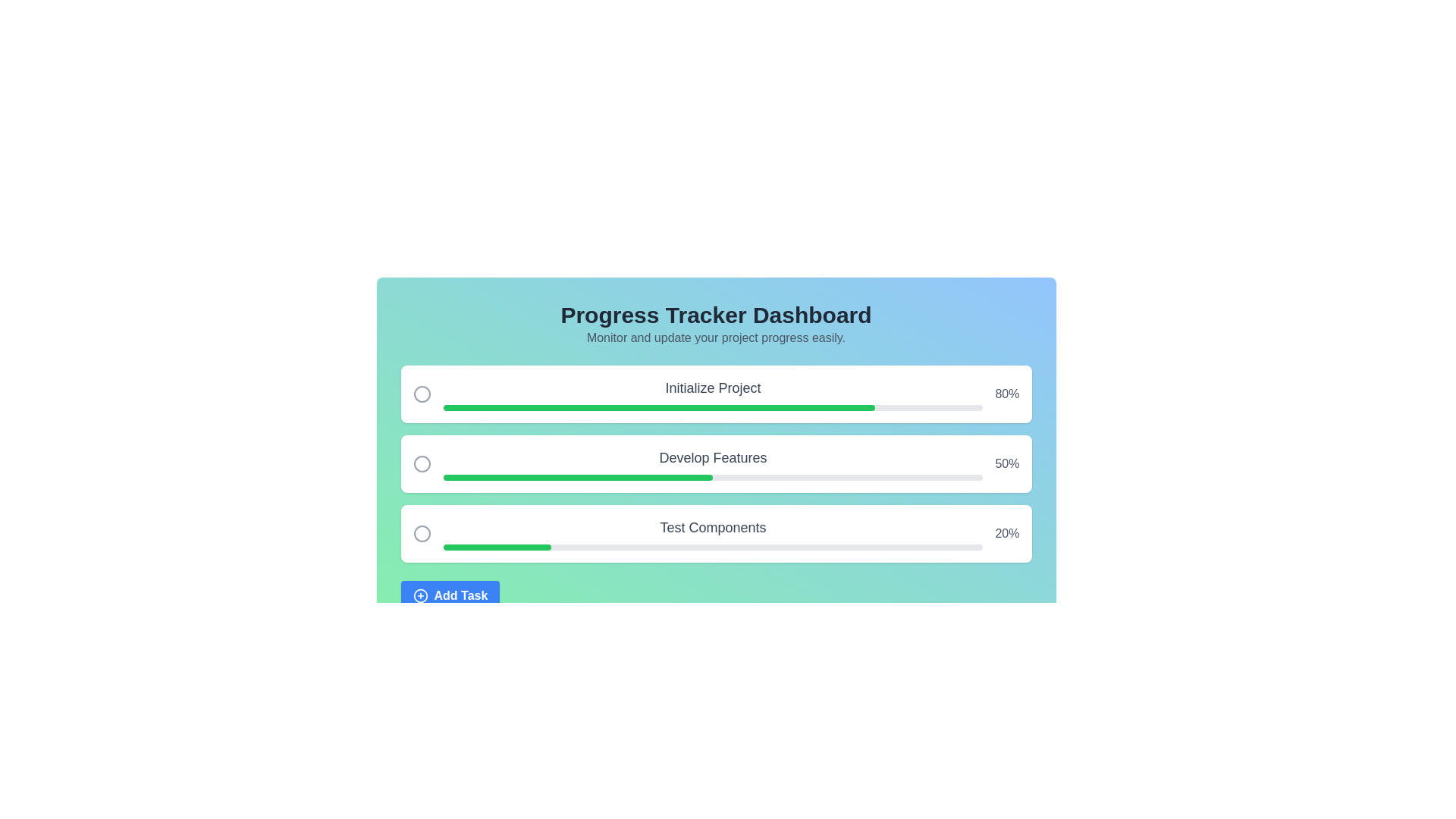 The image size is (1456, 819). I want to click on the static text label that serves as a subtitle for the 'Progress Tracker Dashboard', providing additional context or instructions, so click(715, 337).